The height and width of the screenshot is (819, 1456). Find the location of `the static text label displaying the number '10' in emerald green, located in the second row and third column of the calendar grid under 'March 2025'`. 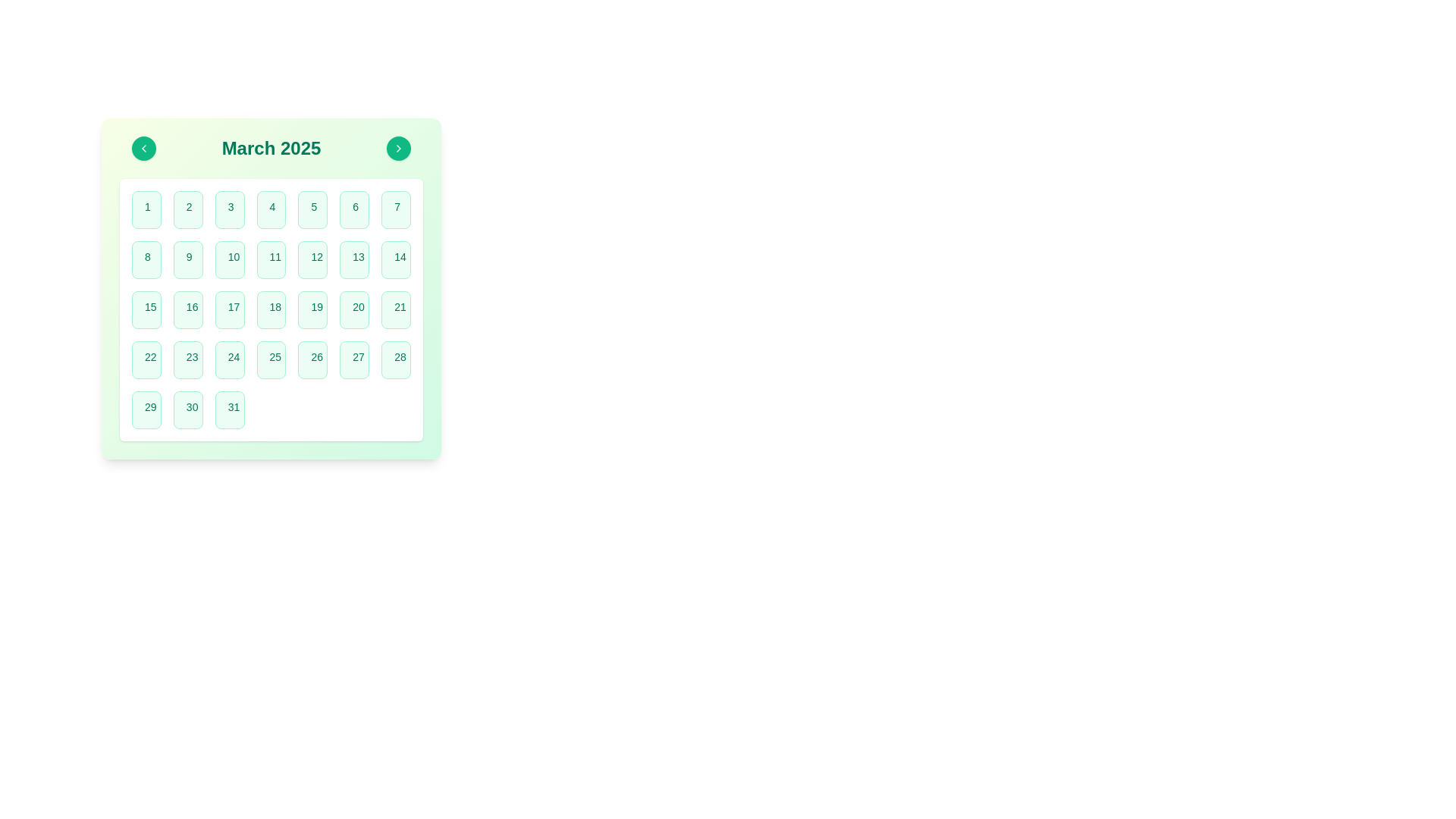

the static text label displaying the number '10' in emerald green, located in the second row and third column of the calendar grid under 'March 2025' is located at coordinates (233, 256).